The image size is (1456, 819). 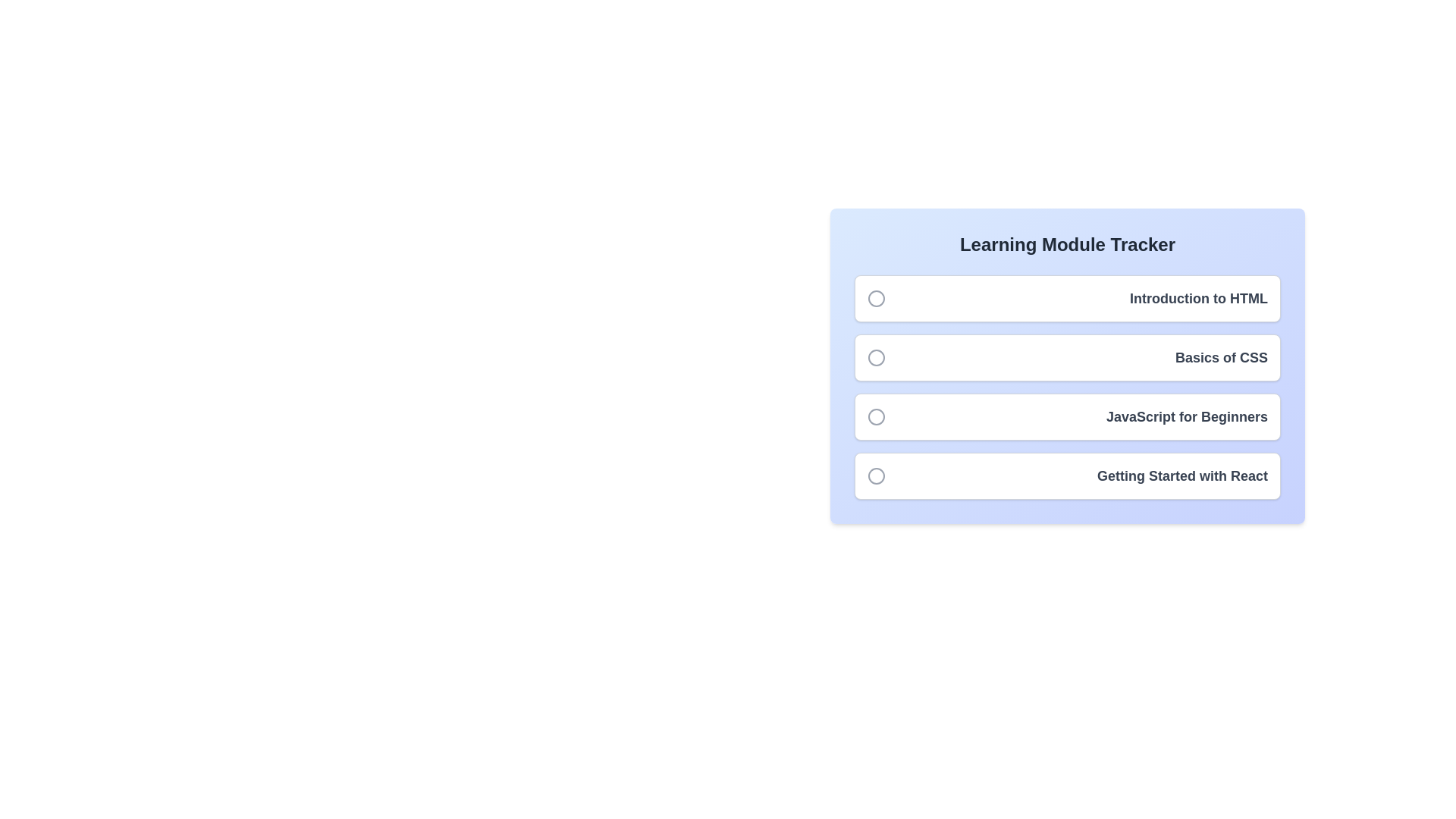 What do you see at coordinates (1066, 366) in the screenshot?
I see `the second button in the 'Learning Module Tracker' panel` at bounding box center [1066, 366].